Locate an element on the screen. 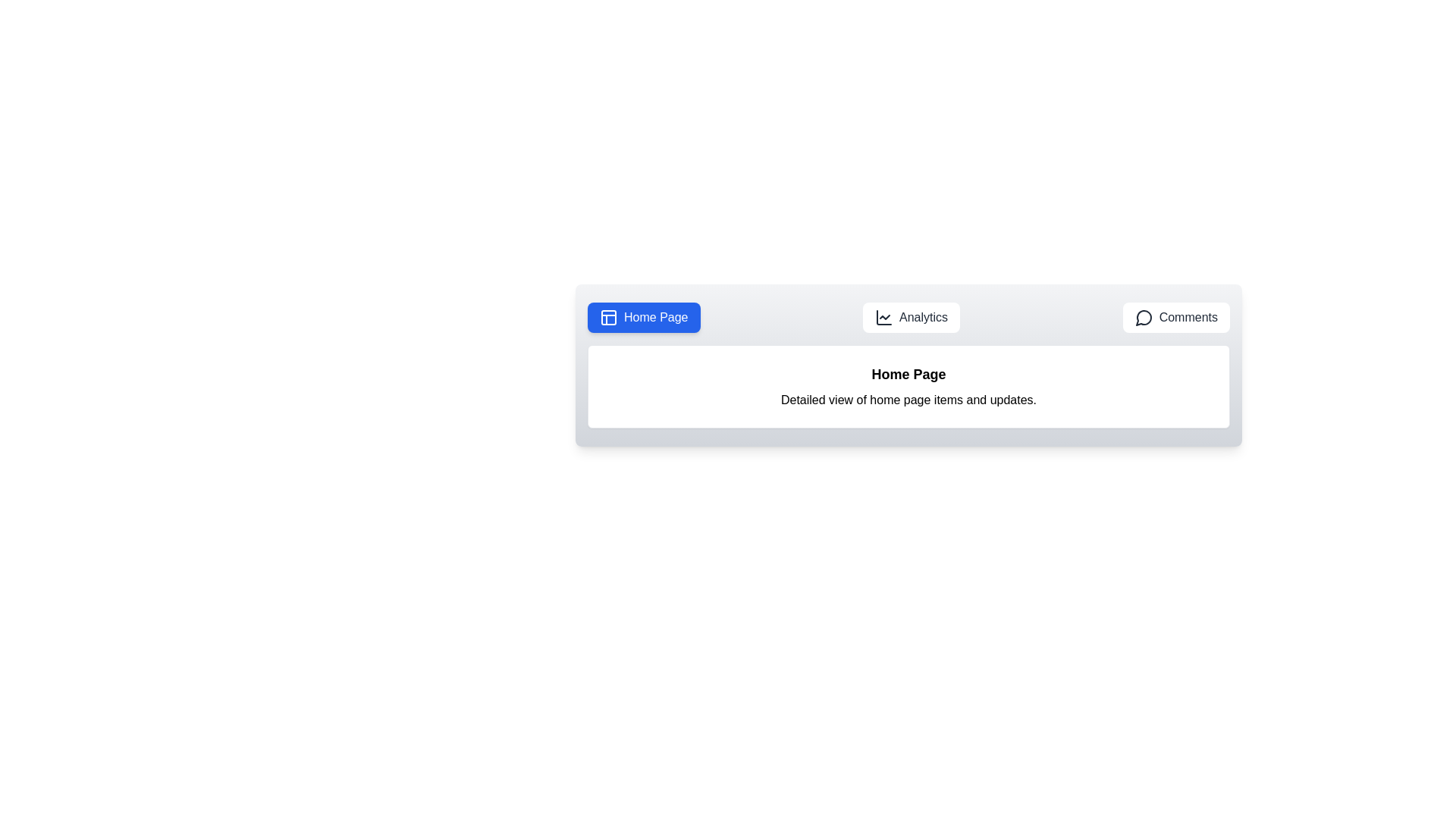 The height and width of the screenshot is (819, 1456). the Analytics tab by clicking on the corresponding tab is located at coordinates (911, 317).